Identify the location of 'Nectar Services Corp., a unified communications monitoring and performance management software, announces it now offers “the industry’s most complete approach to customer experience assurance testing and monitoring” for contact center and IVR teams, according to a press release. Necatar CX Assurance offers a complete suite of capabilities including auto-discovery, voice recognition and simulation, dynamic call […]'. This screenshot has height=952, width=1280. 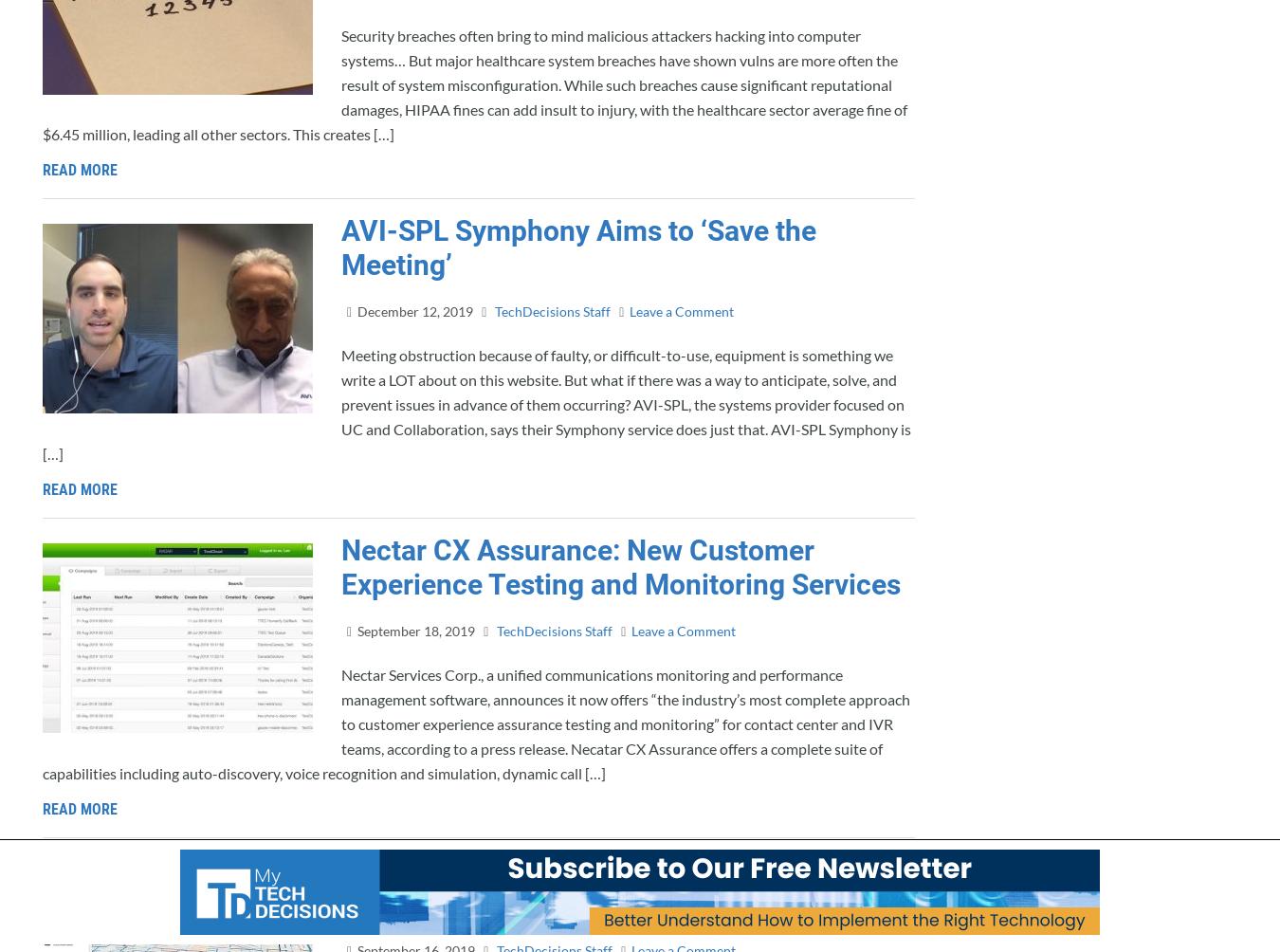
(475, 723).